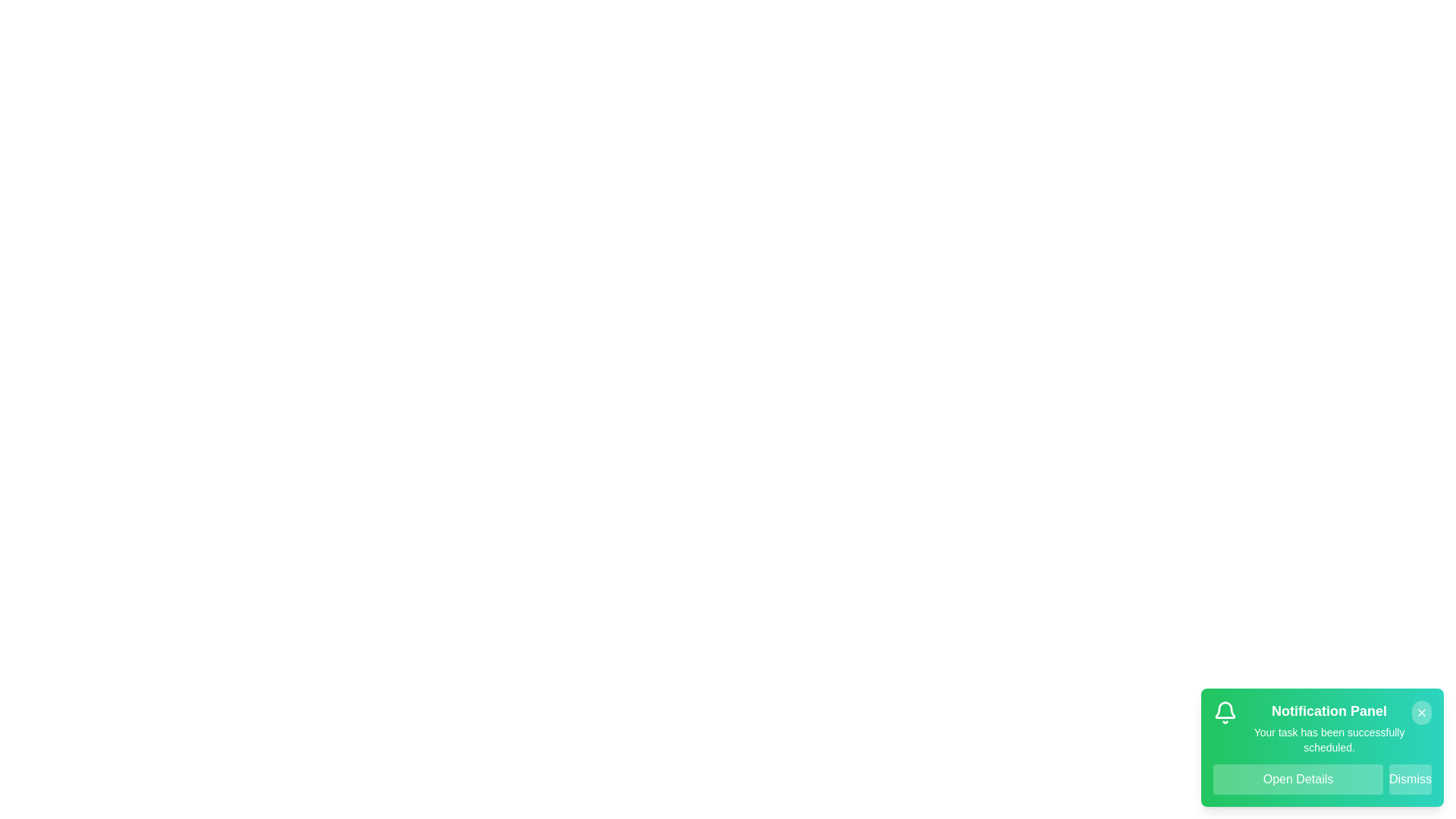 Image resolution: width=1456 pixels, height=819 pixels. What do you see at coordinates (1298, 780) in the screenshot?
I see `the 'Open Details' button to access detailed information` at bounding box center [1298, 780].